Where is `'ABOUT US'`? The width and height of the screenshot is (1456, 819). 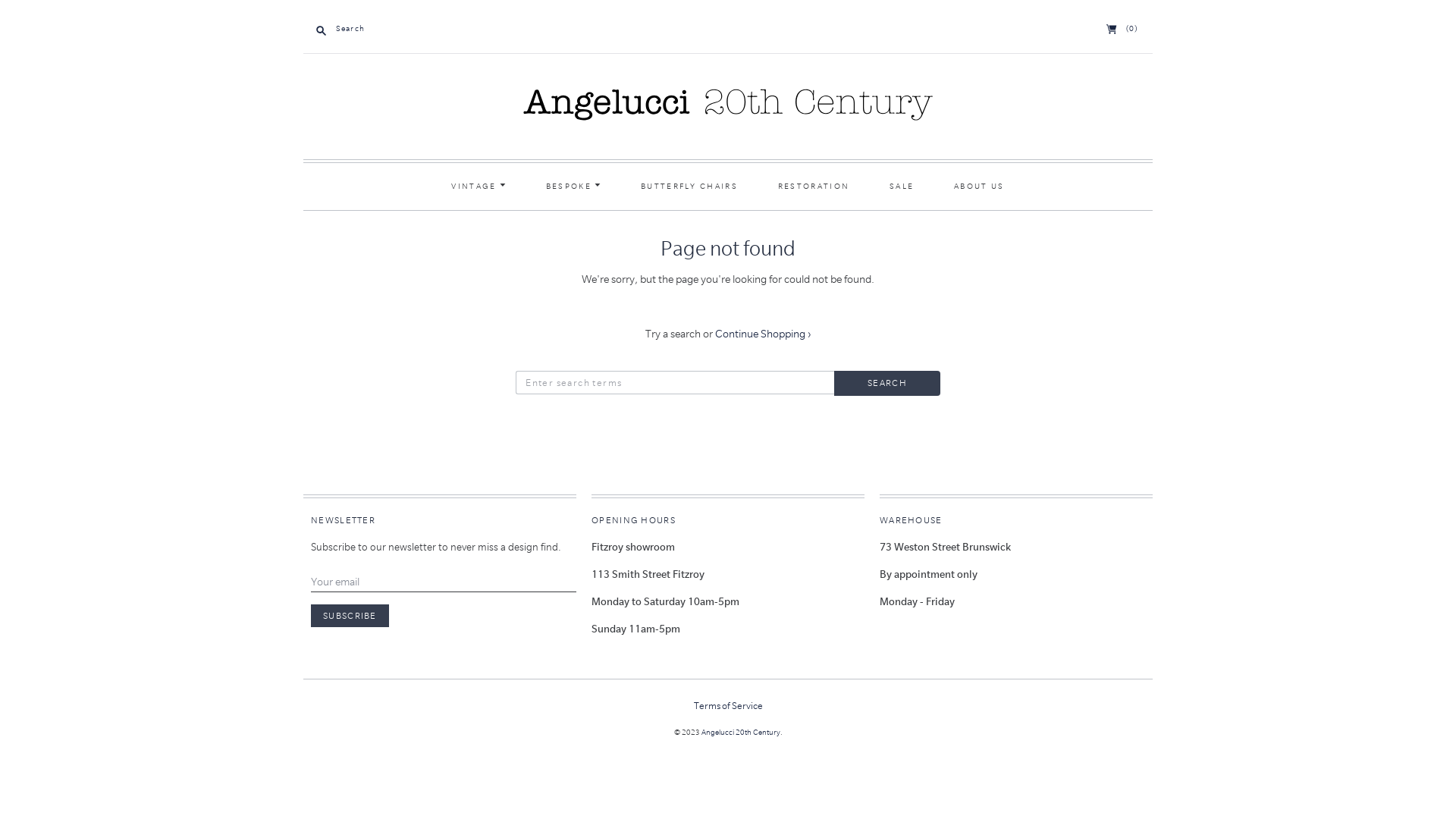 'ABOUT US' is located at coordinates (979, 185).